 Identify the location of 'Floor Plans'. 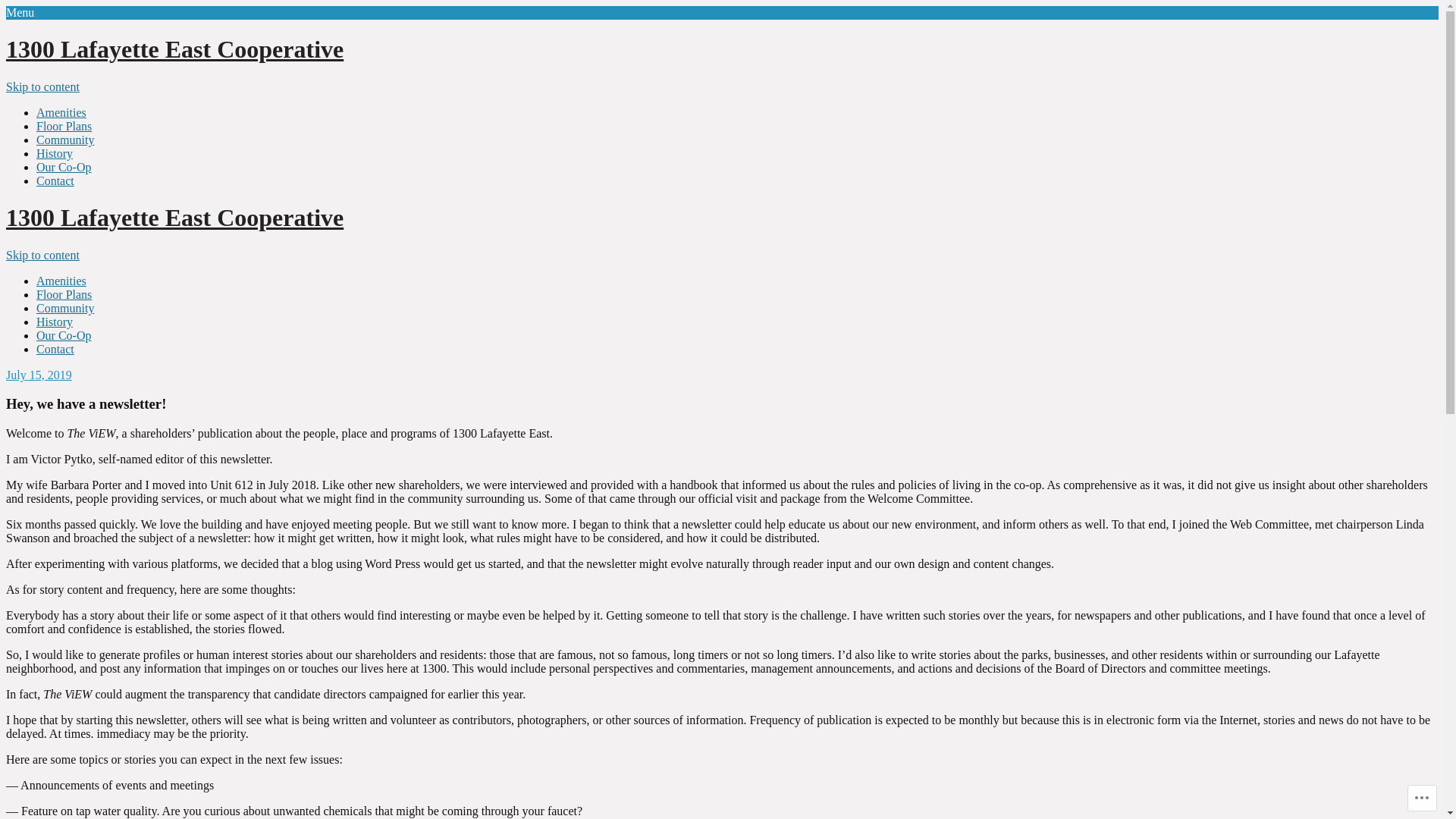
(63, 125).